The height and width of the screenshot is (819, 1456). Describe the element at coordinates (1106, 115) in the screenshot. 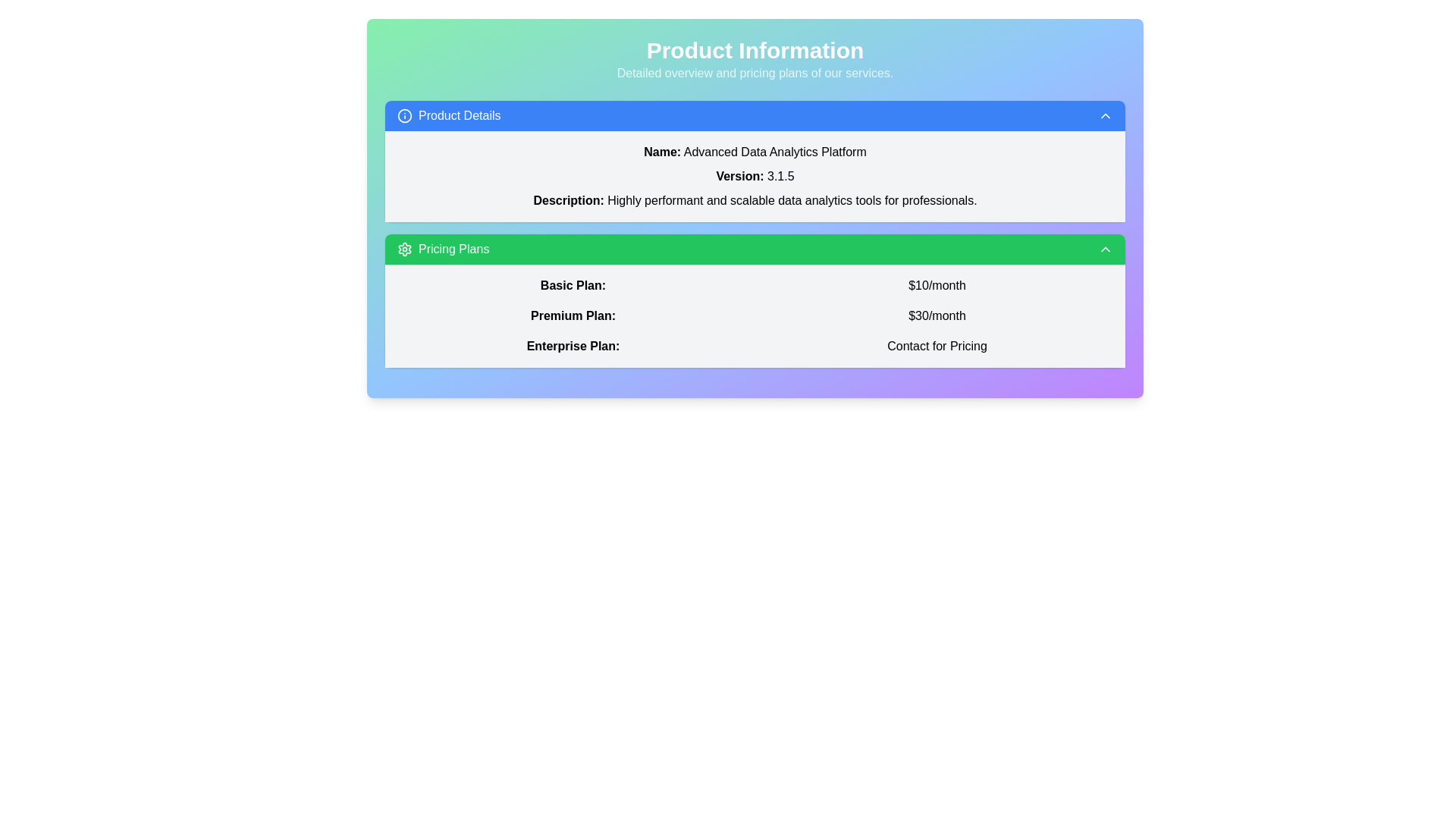

I see `the chevron-up icon button on the far-right side of the 'Product Details' section` at that location.